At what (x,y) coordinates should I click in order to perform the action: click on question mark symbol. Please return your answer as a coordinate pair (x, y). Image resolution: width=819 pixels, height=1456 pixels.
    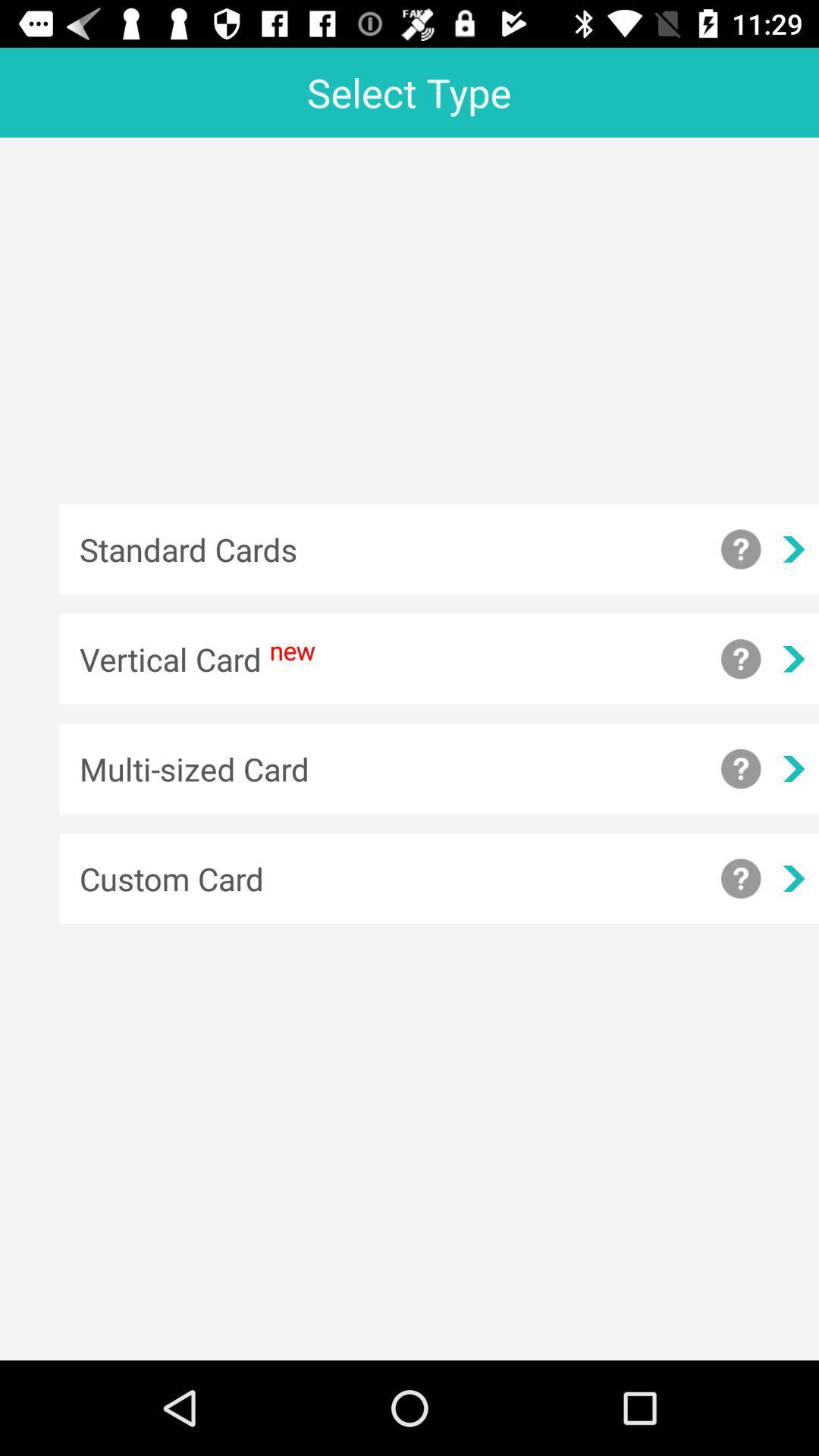
    Looking at the image, I should click on (740, 878).